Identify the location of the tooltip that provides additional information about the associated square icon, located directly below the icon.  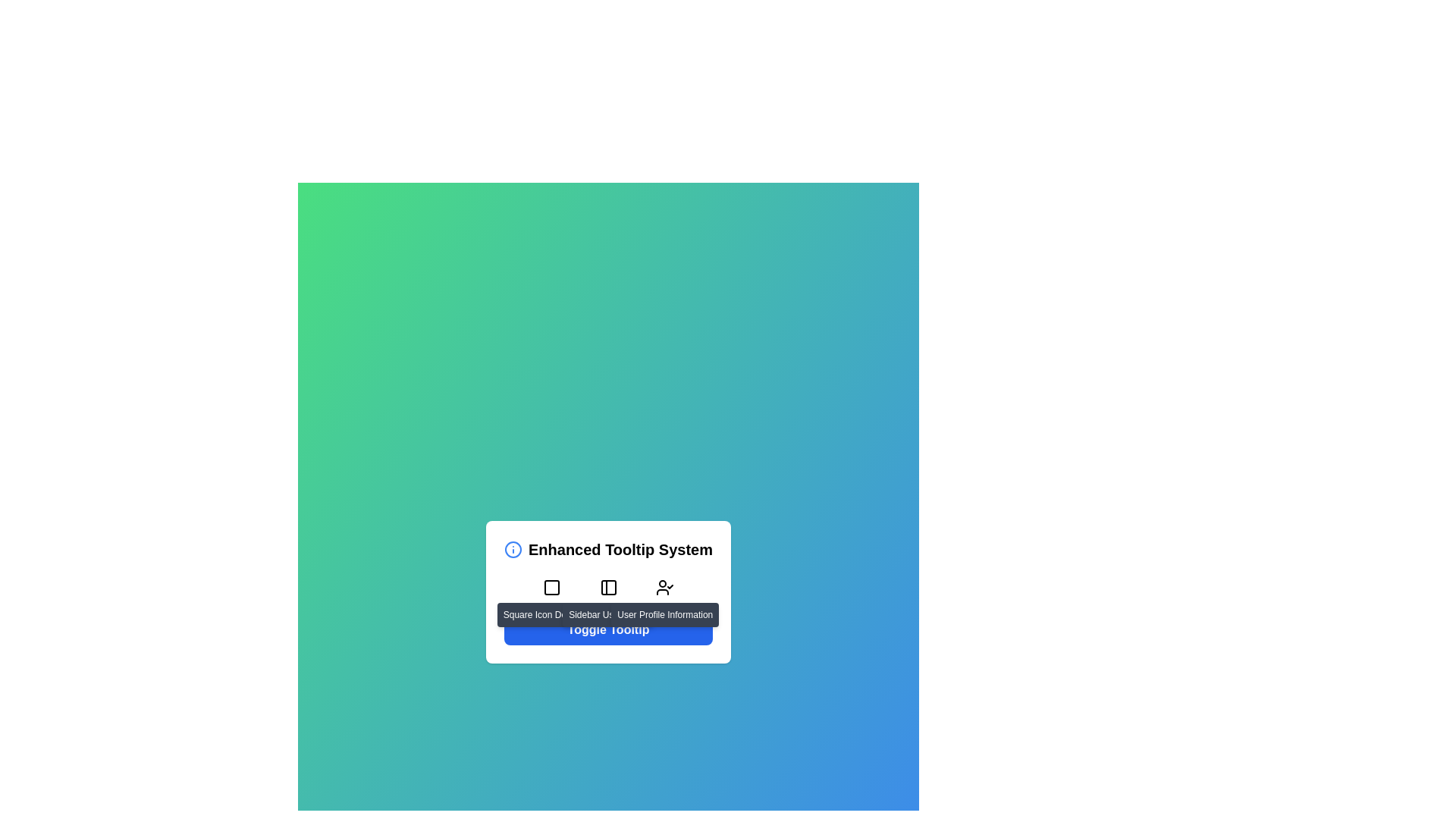
(551, 614).